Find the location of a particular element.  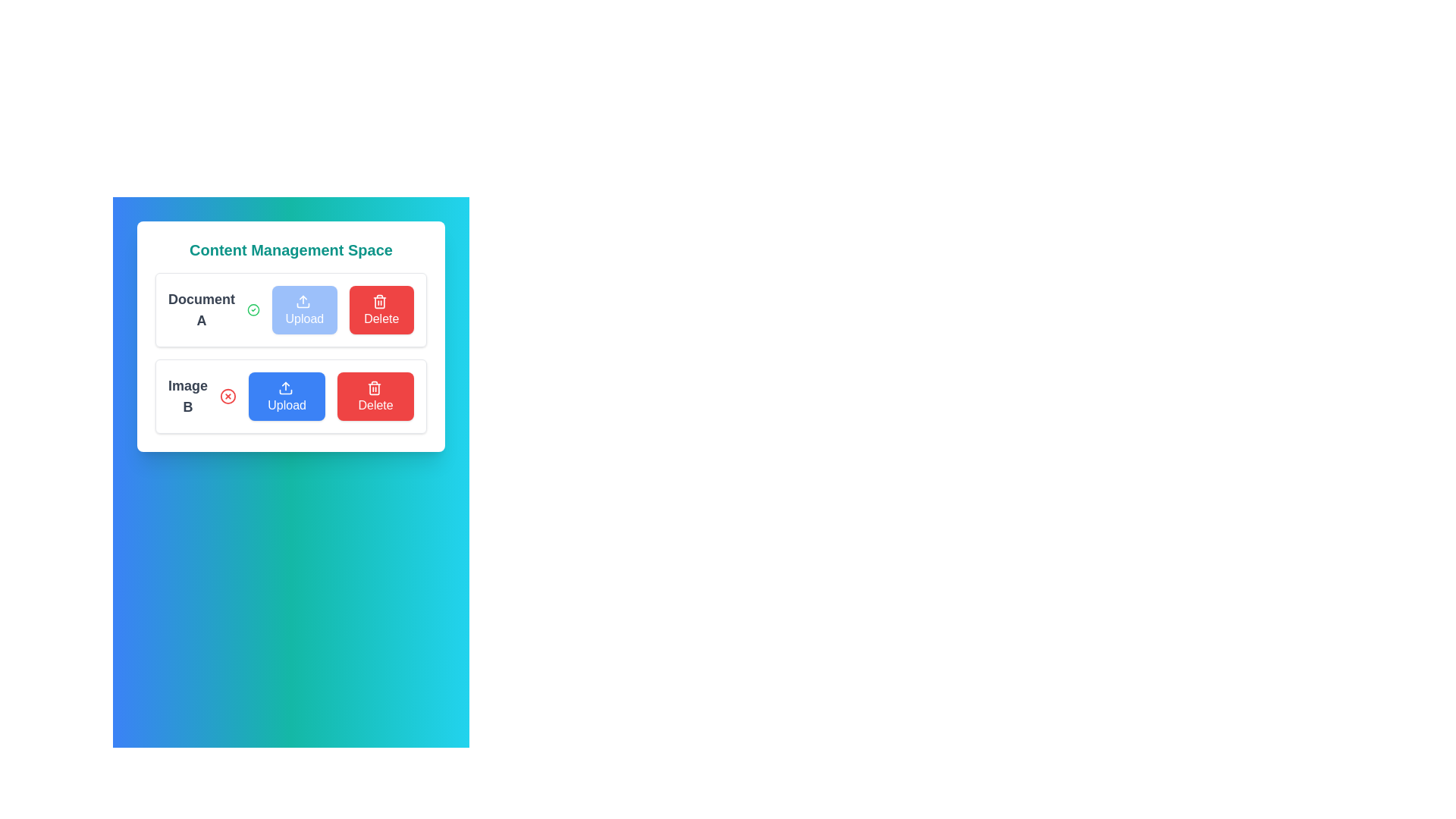

the non-interactive text label that identifies the content item as 'Document A', located in the first row of a grid layout, to the left of the green checkmark icon is located at coordinates (200, 309).